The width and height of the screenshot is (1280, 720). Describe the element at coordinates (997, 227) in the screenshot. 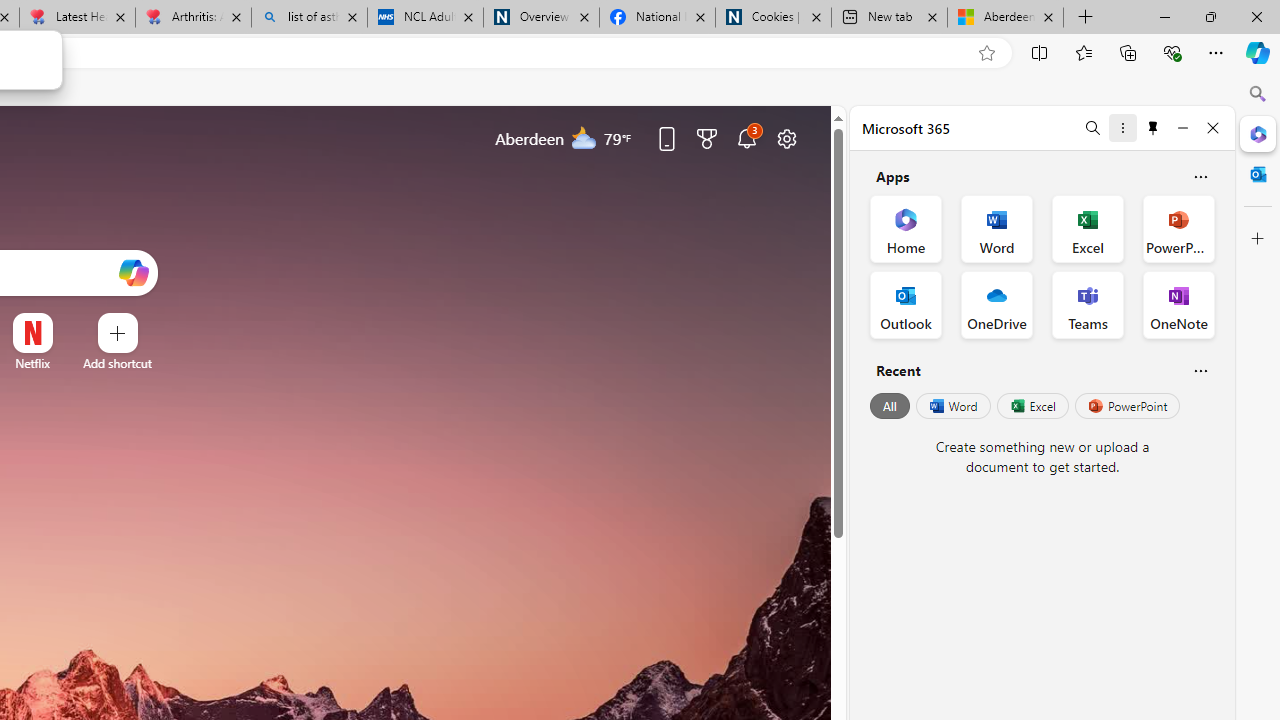

I see `'Word Office App'` at that location.